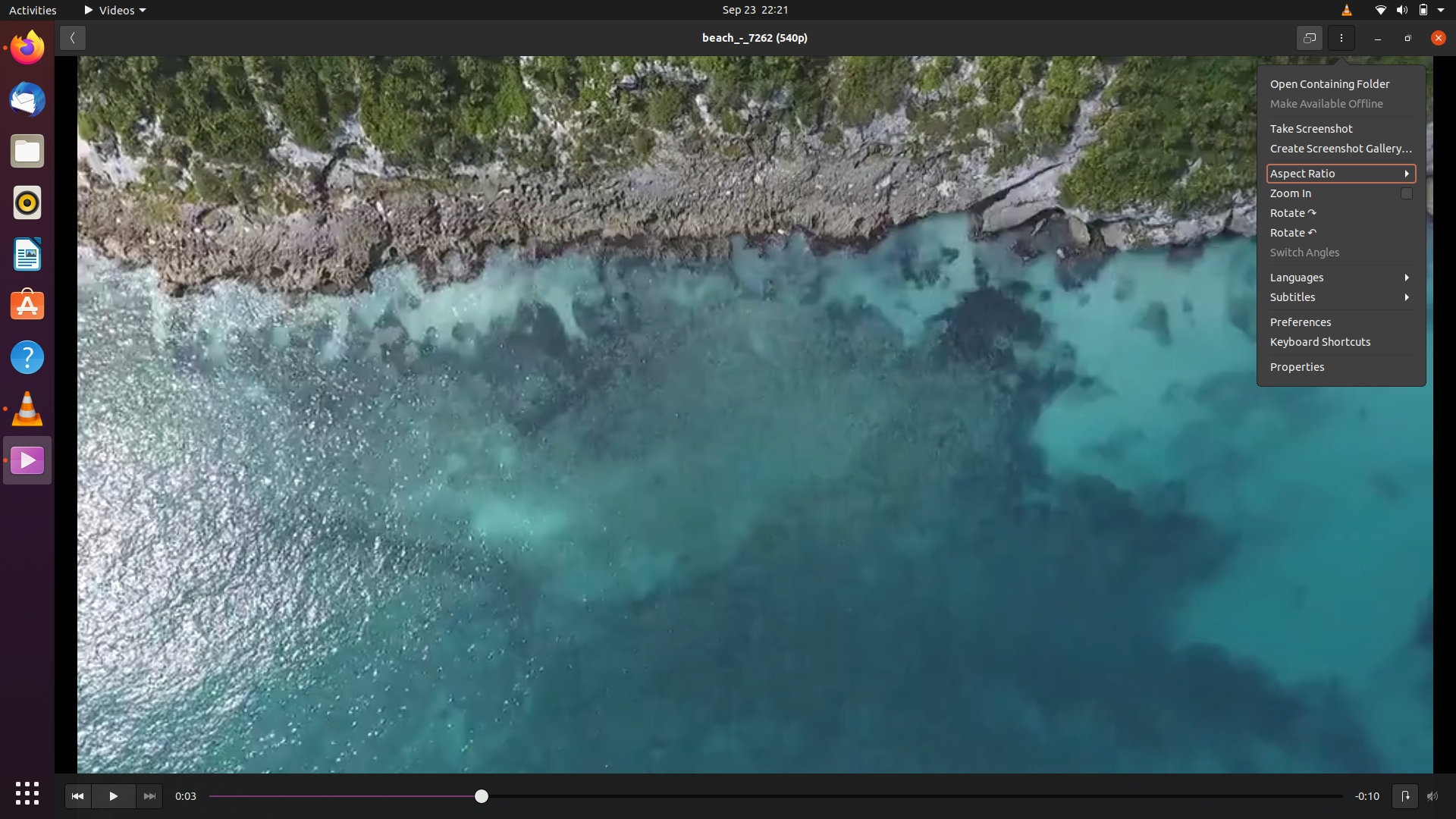  What do you see at coordinates (1343, 321) in the screenshot?
I see `the preferences menu` at bounding box center [1343, 321].